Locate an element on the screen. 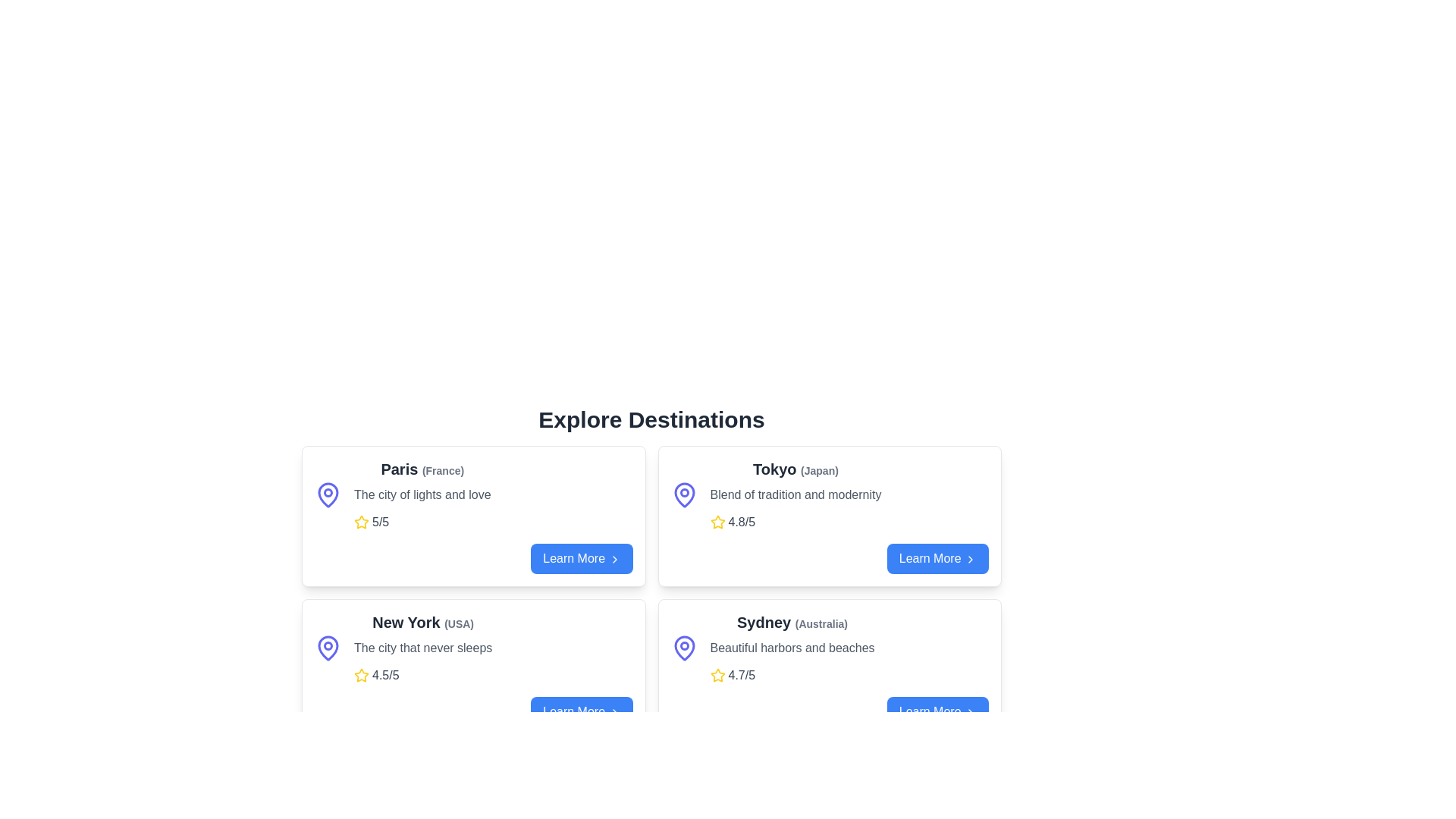 The height and width of the screenshot is (819, 1456). the text displaying the country name '(USA)' in light gray color, located next to the title 'New York' in the second row, first column of the destination grid is located at coordinates (458, 623).